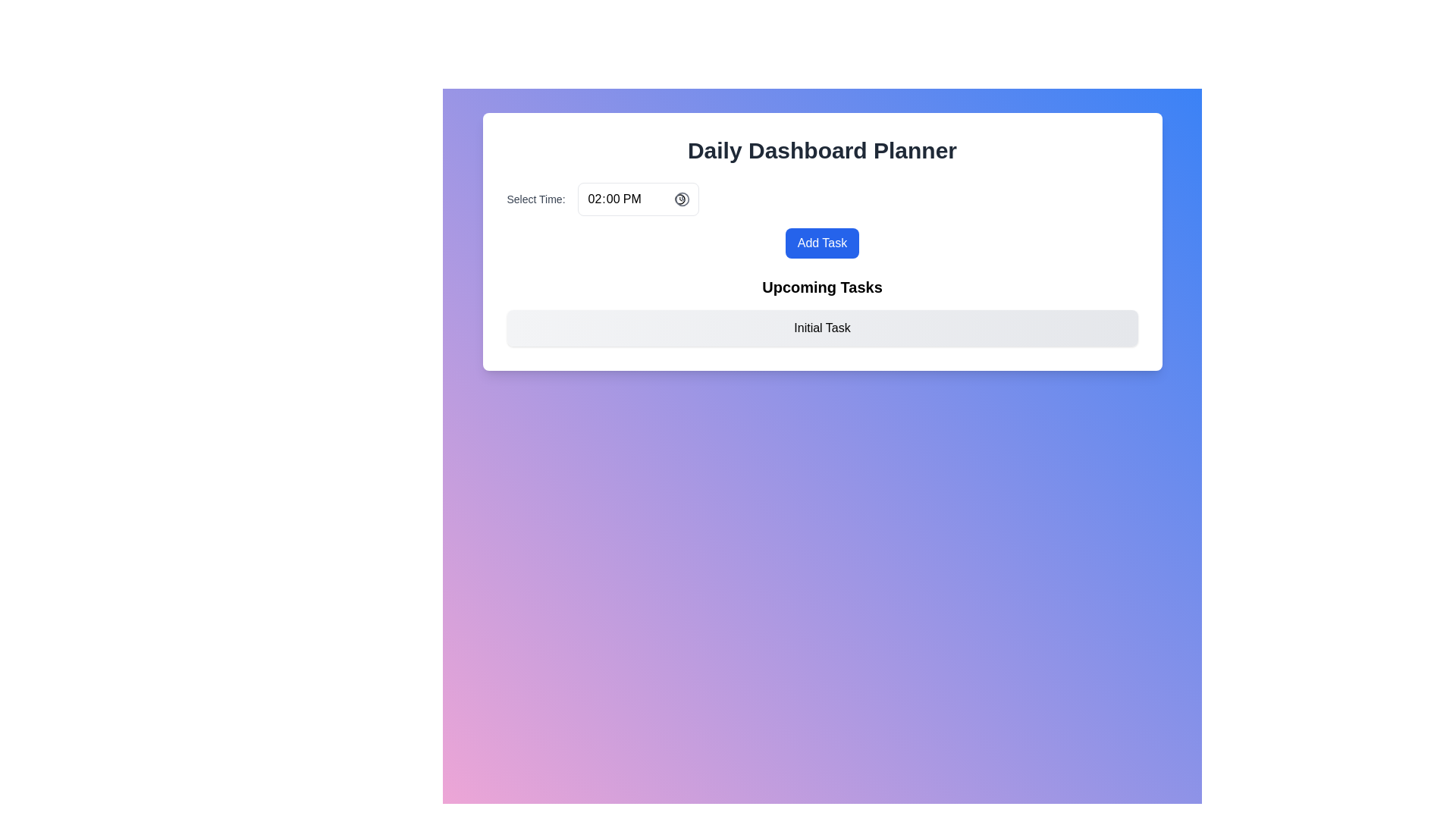  I want to click on the Time input field located to the right of the 'Select Time:' label to focus on it, so click(638, 198).